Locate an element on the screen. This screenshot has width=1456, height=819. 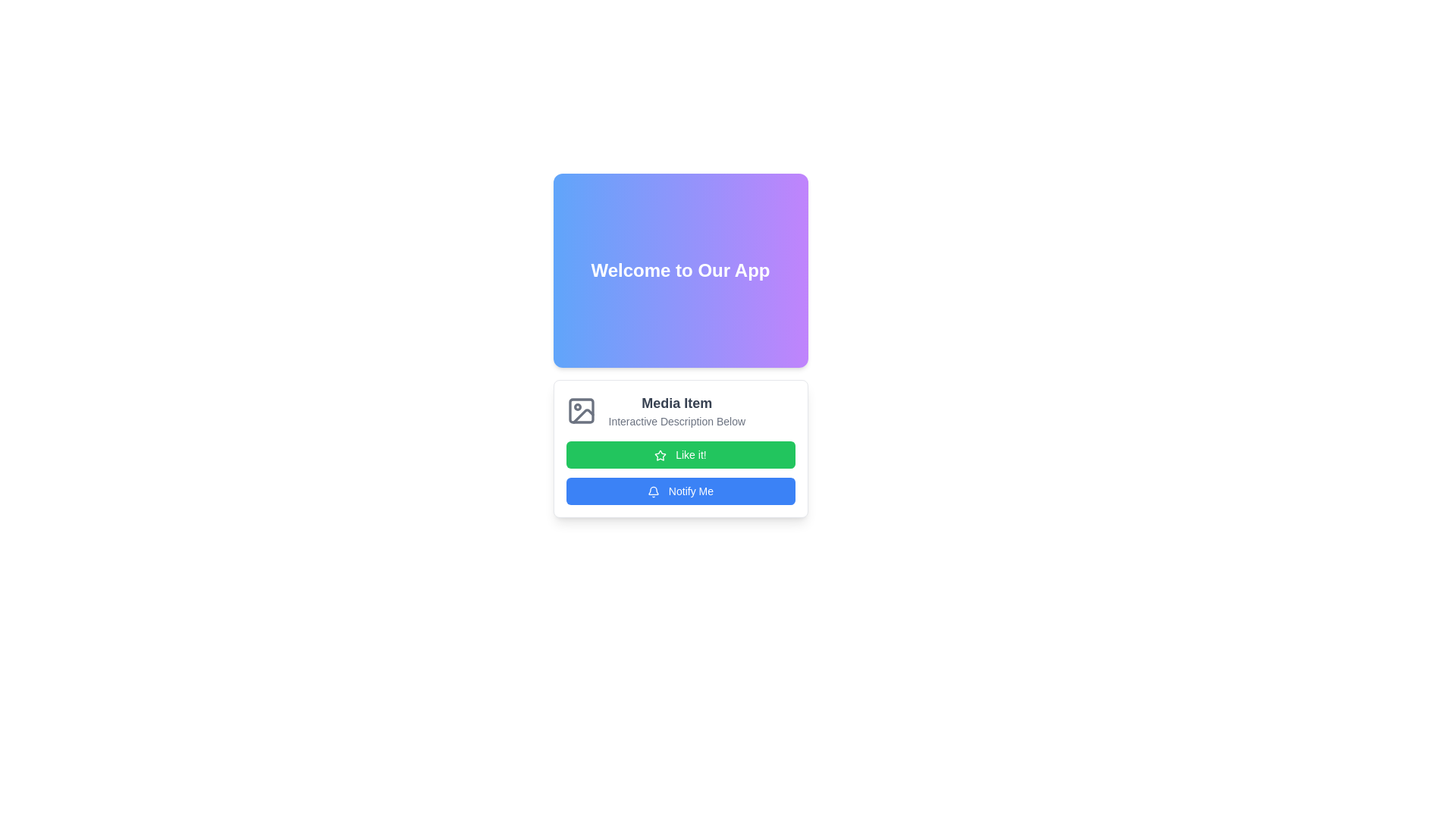
the Static Text element that provides descriptive information related to the 'Media Item', positioned below the 'Media Item' title and above the buttons 'Like it!' and 'Notify Me' is located at coordinates (676, 421).